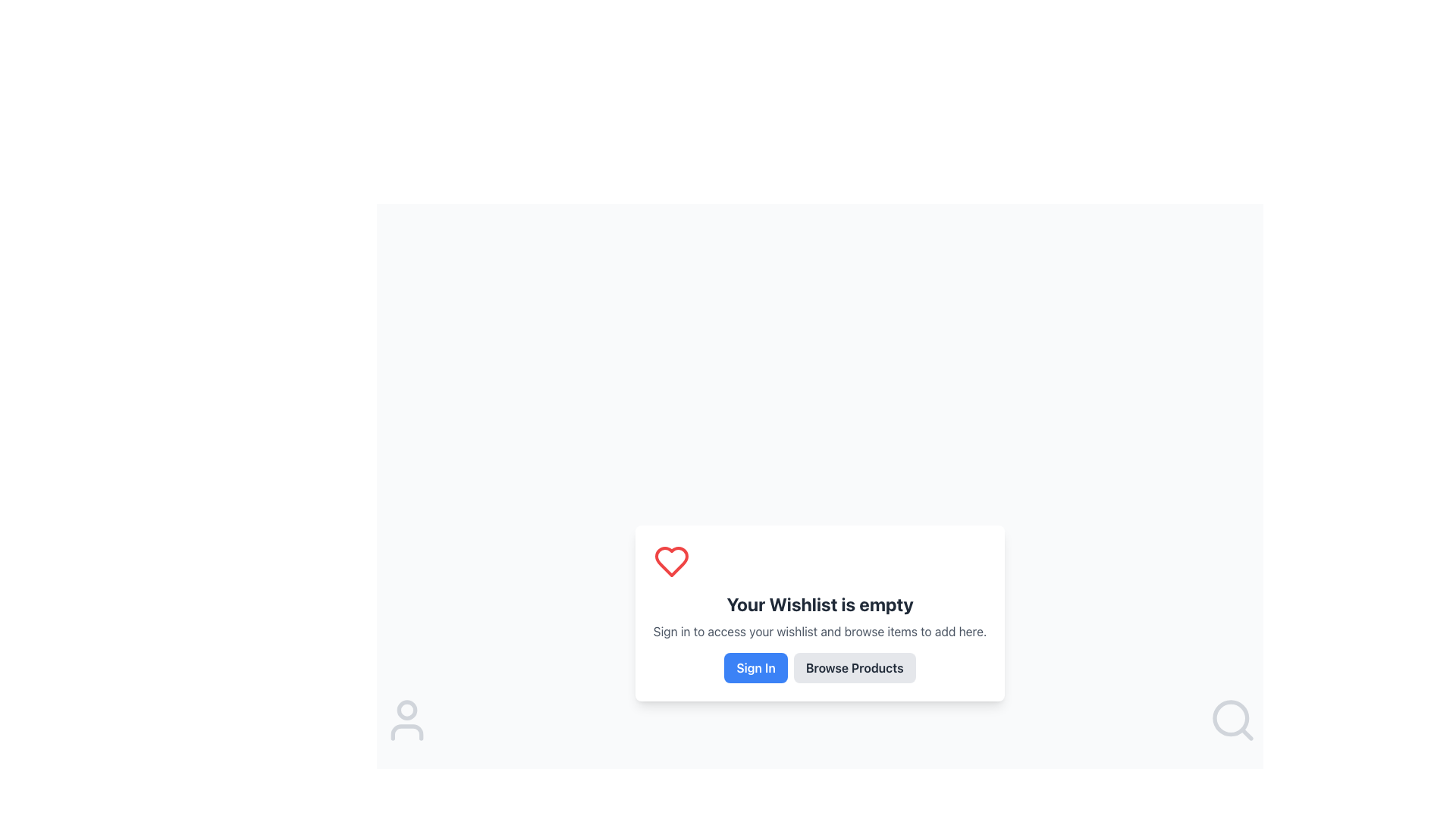 This screenshot has width=1456, height=819. What do you see at coordinates (756, 667) in the screenshot?
I see `the leftmost button on the bottom center of the card element to initiate the sign-in process` at bounding box center [756, 667].